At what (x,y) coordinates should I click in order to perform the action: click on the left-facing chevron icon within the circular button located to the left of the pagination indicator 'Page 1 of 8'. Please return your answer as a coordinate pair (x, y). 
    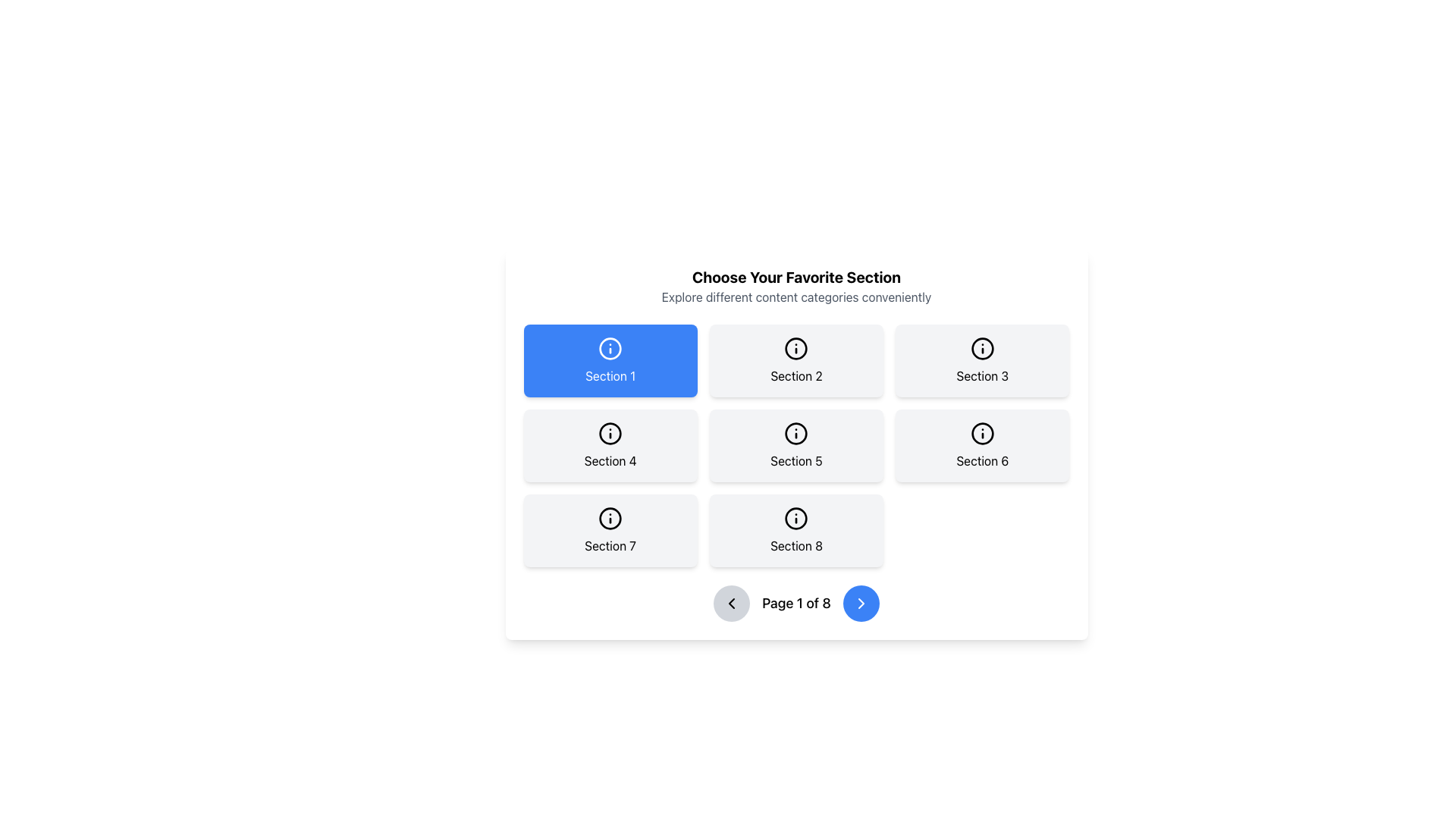
    Looking at the image, I should click on (732, 602).